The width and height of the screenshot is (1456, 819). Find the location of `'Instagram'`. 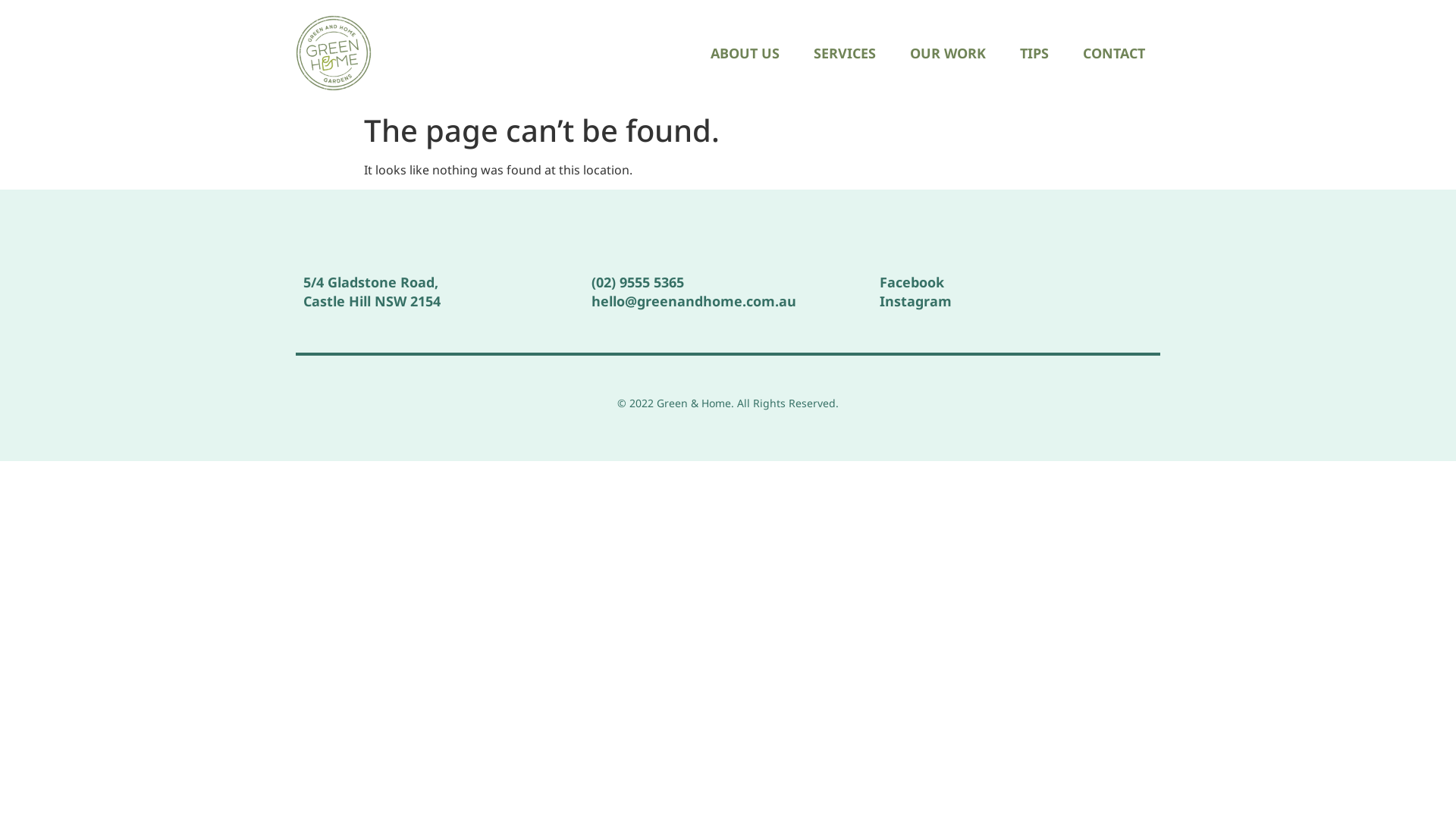

'Instagram' is located at coordinates (915, 301).